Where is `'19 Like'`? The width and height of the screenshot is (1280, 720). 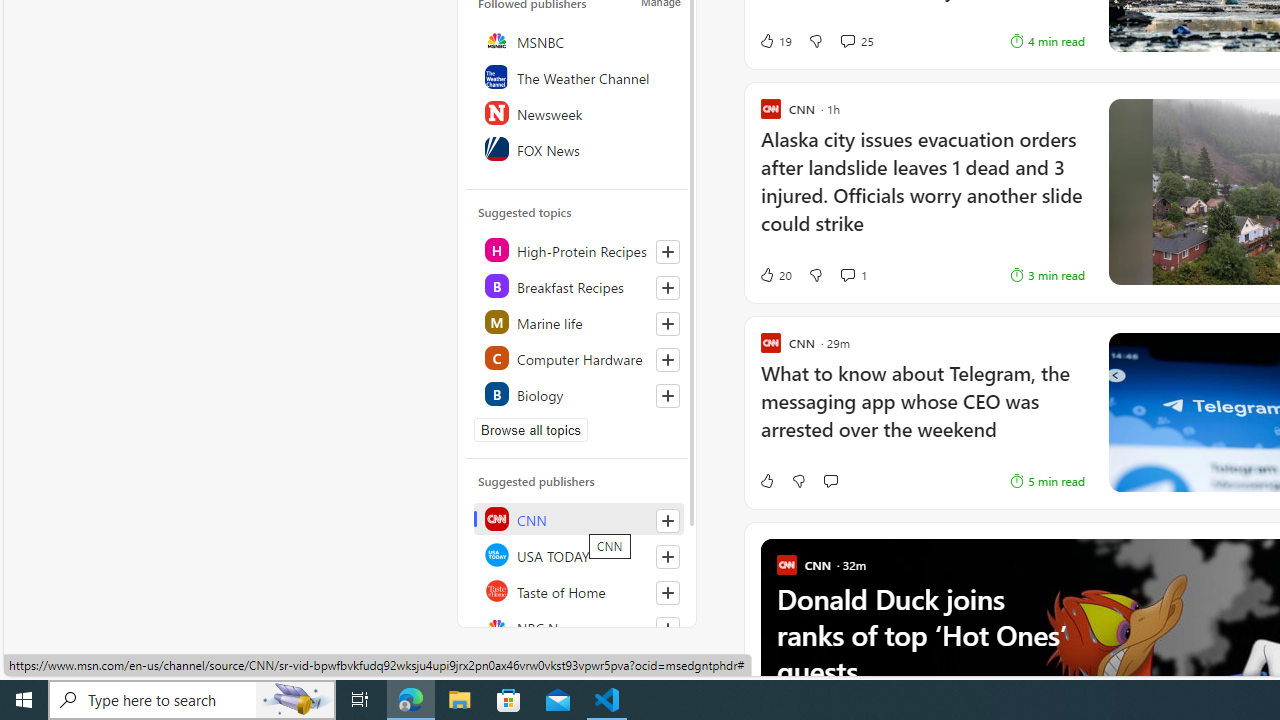
'19 Like' is located at coordinates (774, 41).